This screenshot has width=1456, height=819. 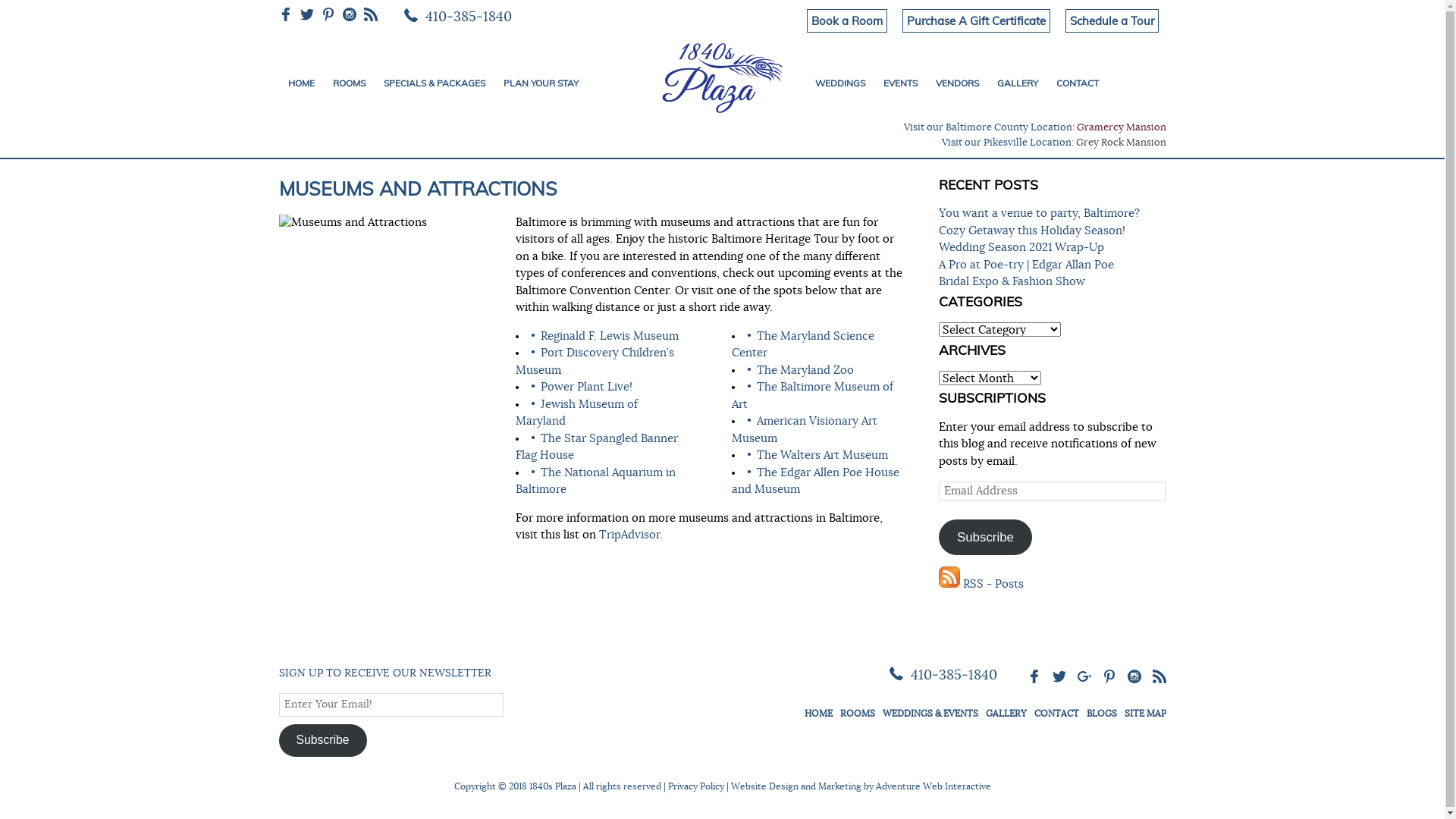 What do you see at coordinates (1076, 83) in the screenshot?
I see `'CONTACT'` at bounding box center [1076, 83].